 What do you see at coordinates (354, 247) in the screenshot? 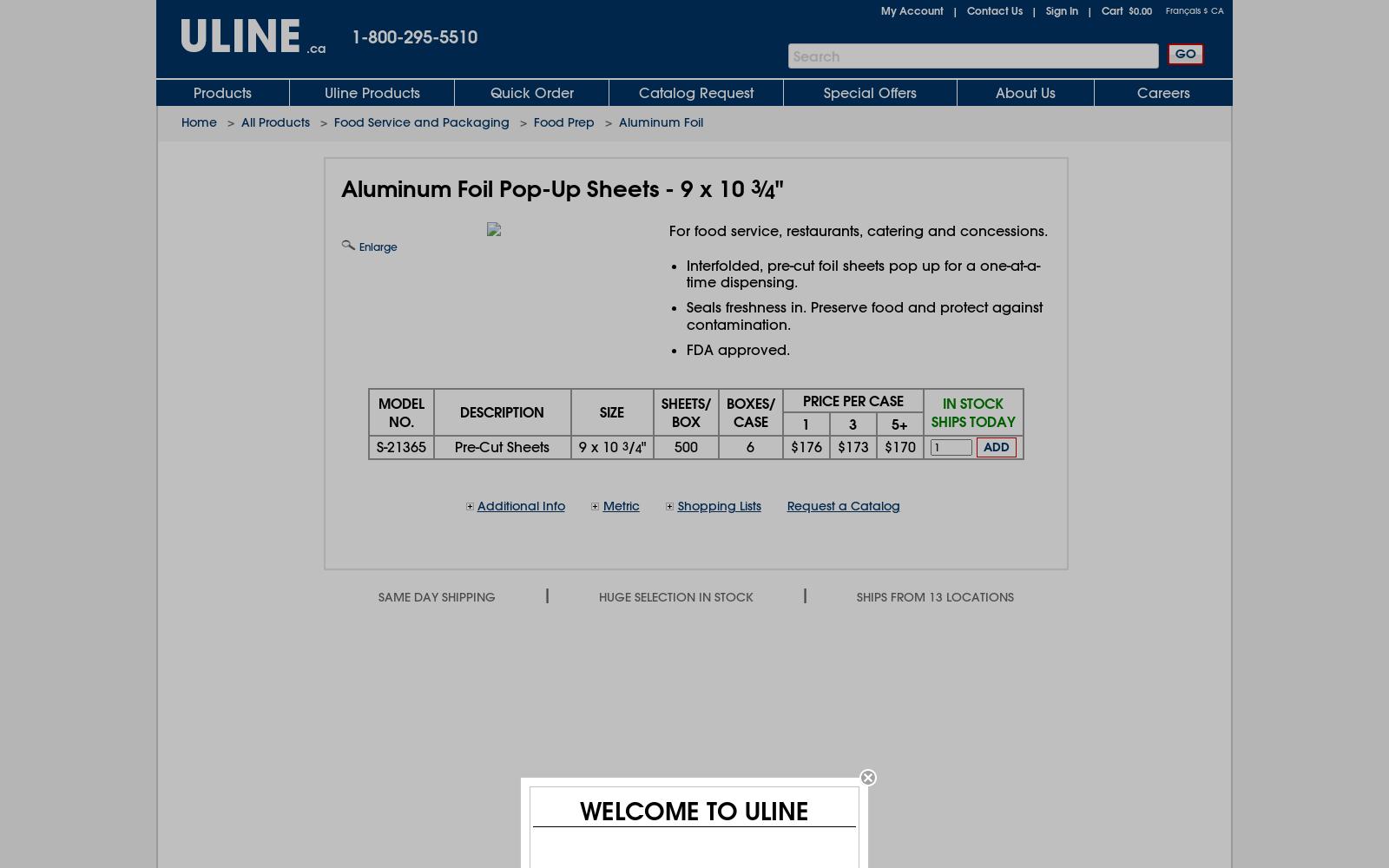
I see `'Enlarge'` at bounding box center [354, 247].